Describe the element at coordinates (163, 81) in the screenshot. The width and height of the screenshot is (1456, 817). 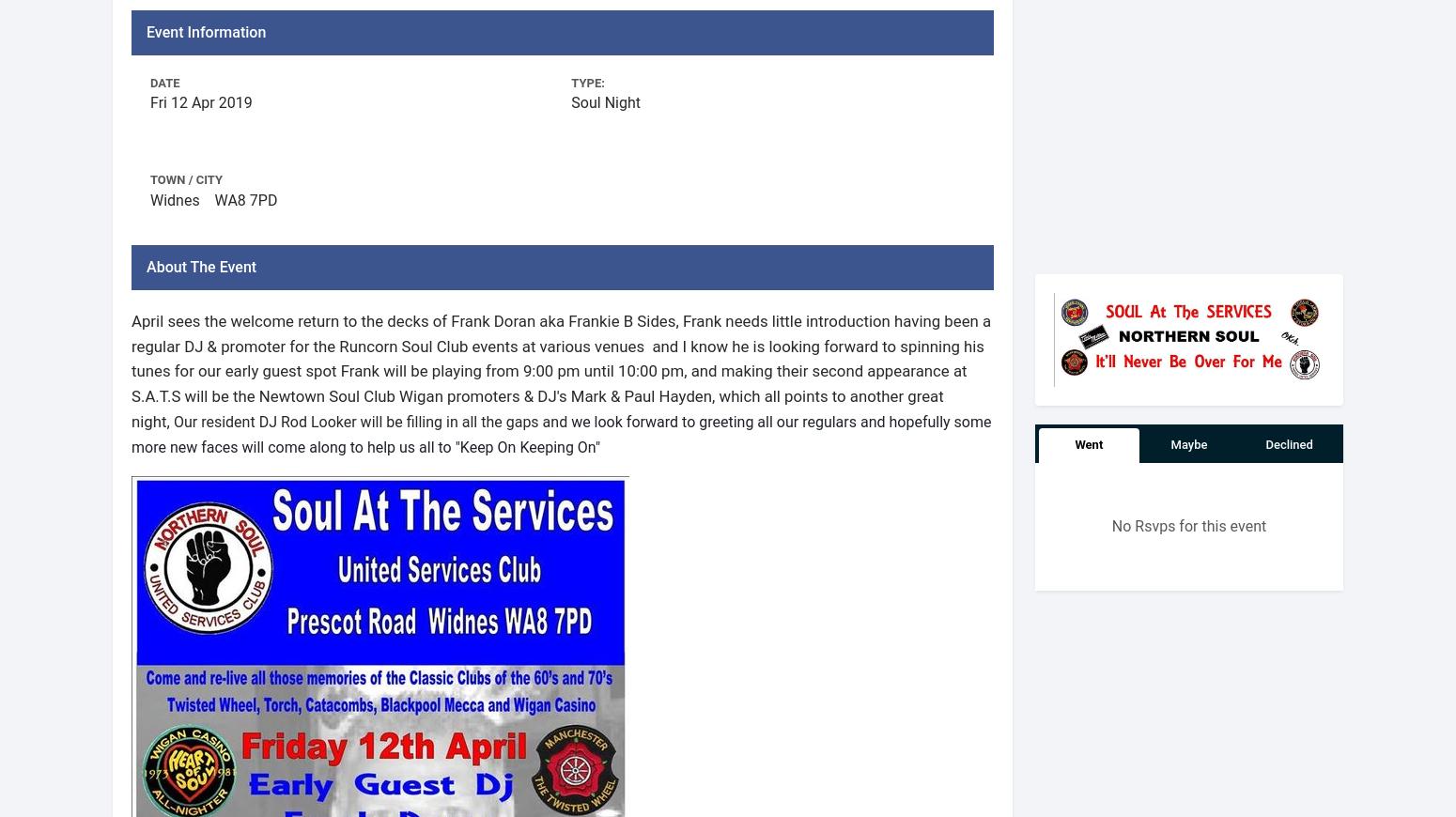
I see `'Date'` at that location.